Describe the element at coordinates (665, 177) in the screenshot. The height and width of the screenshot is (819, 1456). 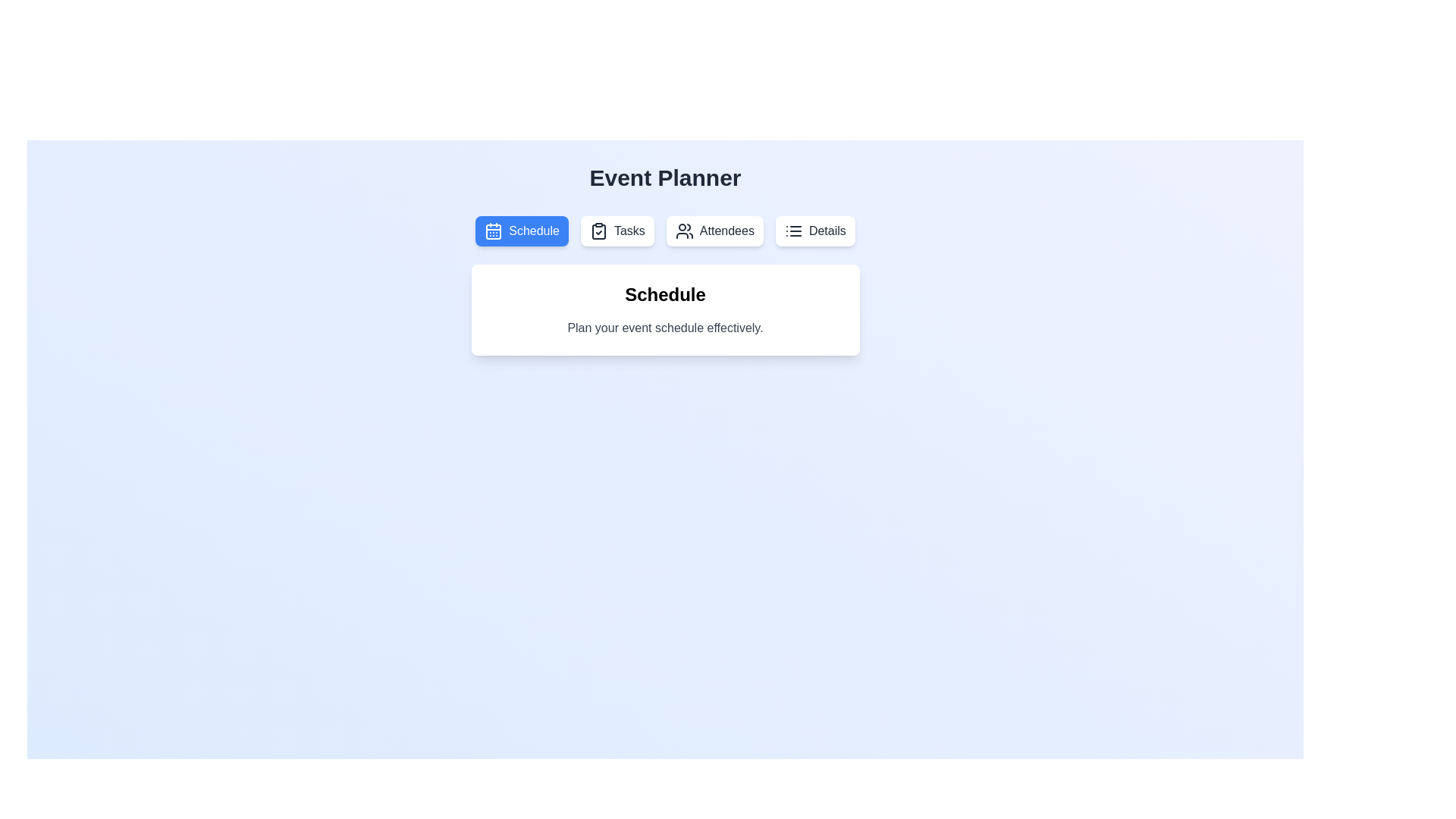
I see `the header text 'Event Planner' by dragging the mouse over it` at that location.